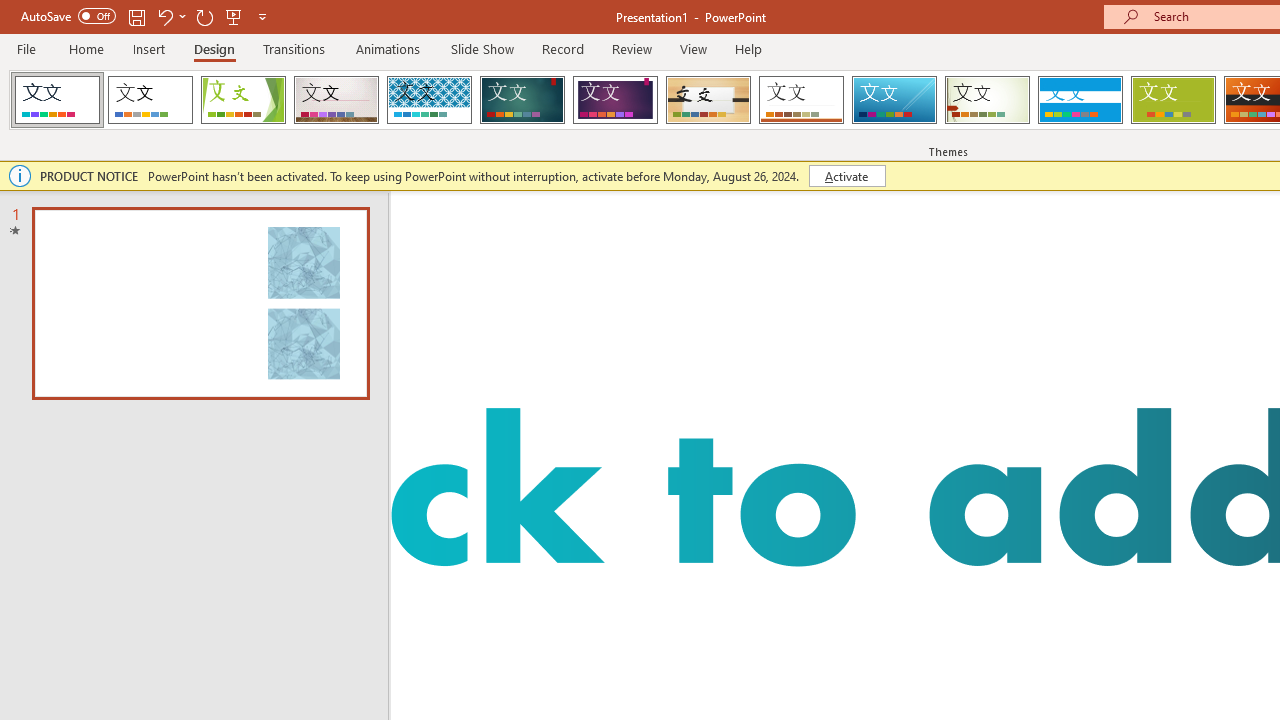 Image resolution: width=1280 pixels, height=720 pixels. What do you see at coordinates (801, 100) in the screenshot?
I see `'Retrospect'` at bounding box center [801, 100].